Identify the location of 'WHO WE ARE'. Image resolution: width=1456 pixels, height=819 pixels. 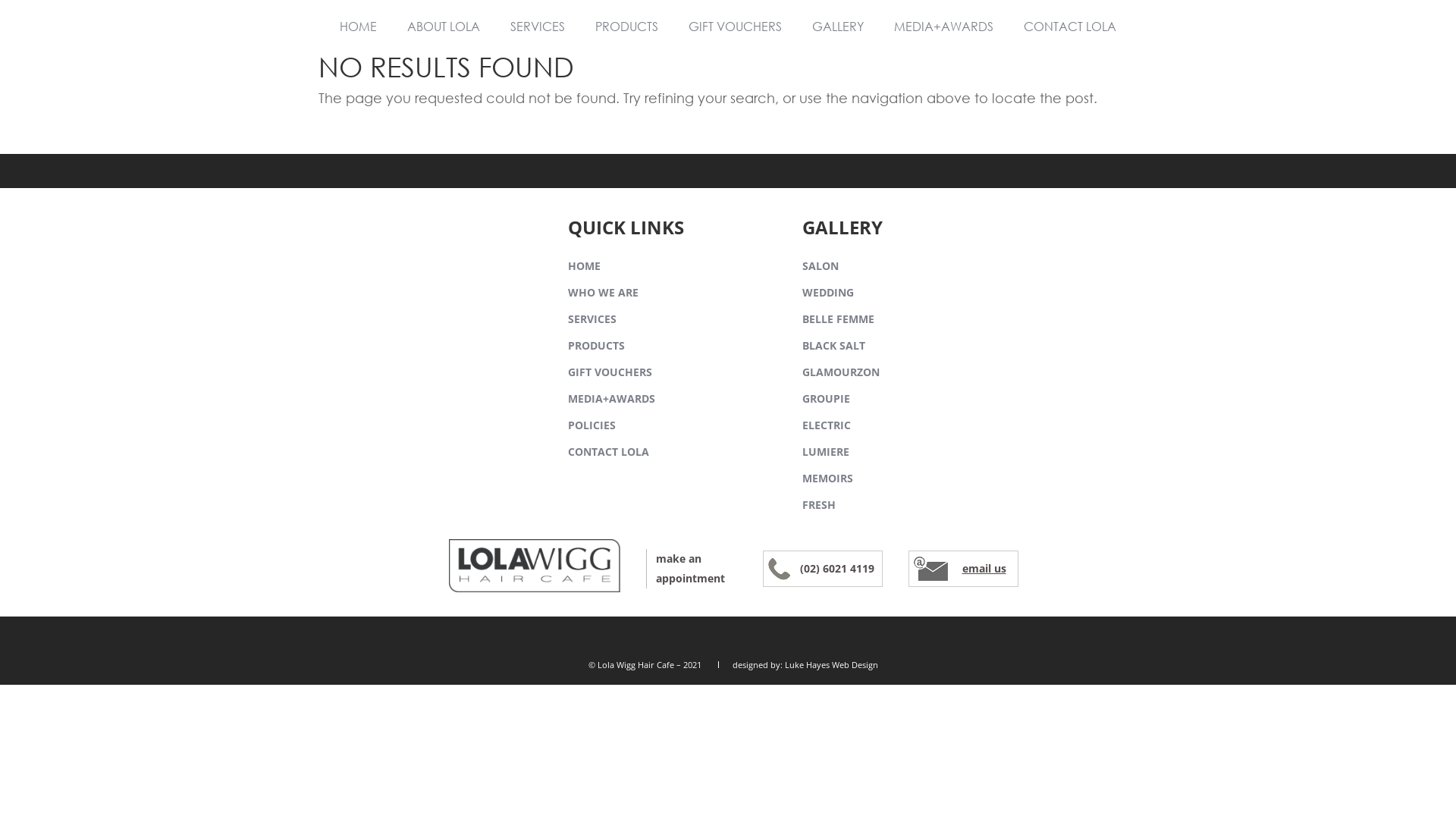
(566, 293).